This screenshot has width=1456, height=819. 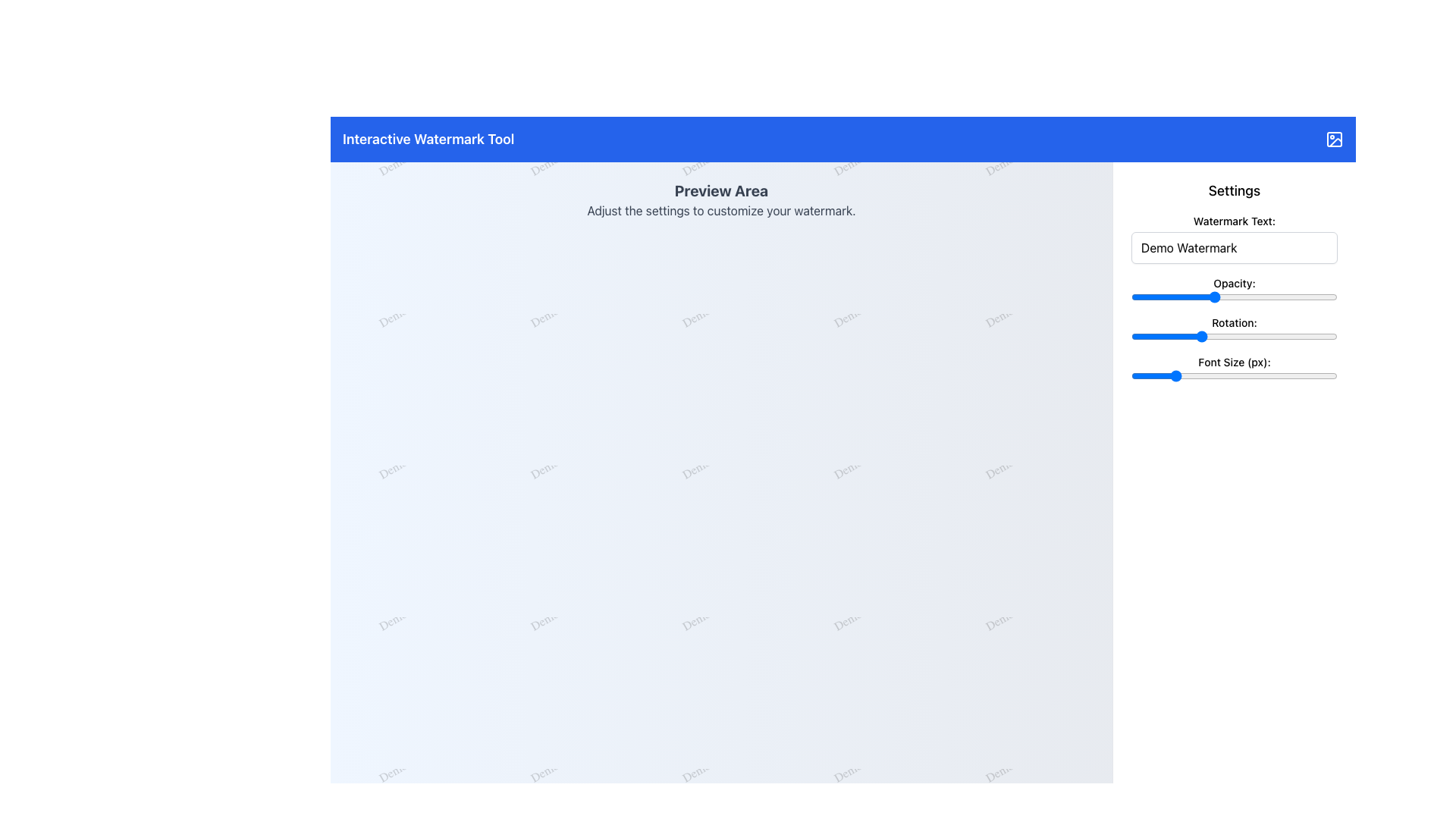 What do you see at coordinates (1256, 335) in the screenshot?
I see `the rotation value of the slider` at bounding box center [1256, 335].